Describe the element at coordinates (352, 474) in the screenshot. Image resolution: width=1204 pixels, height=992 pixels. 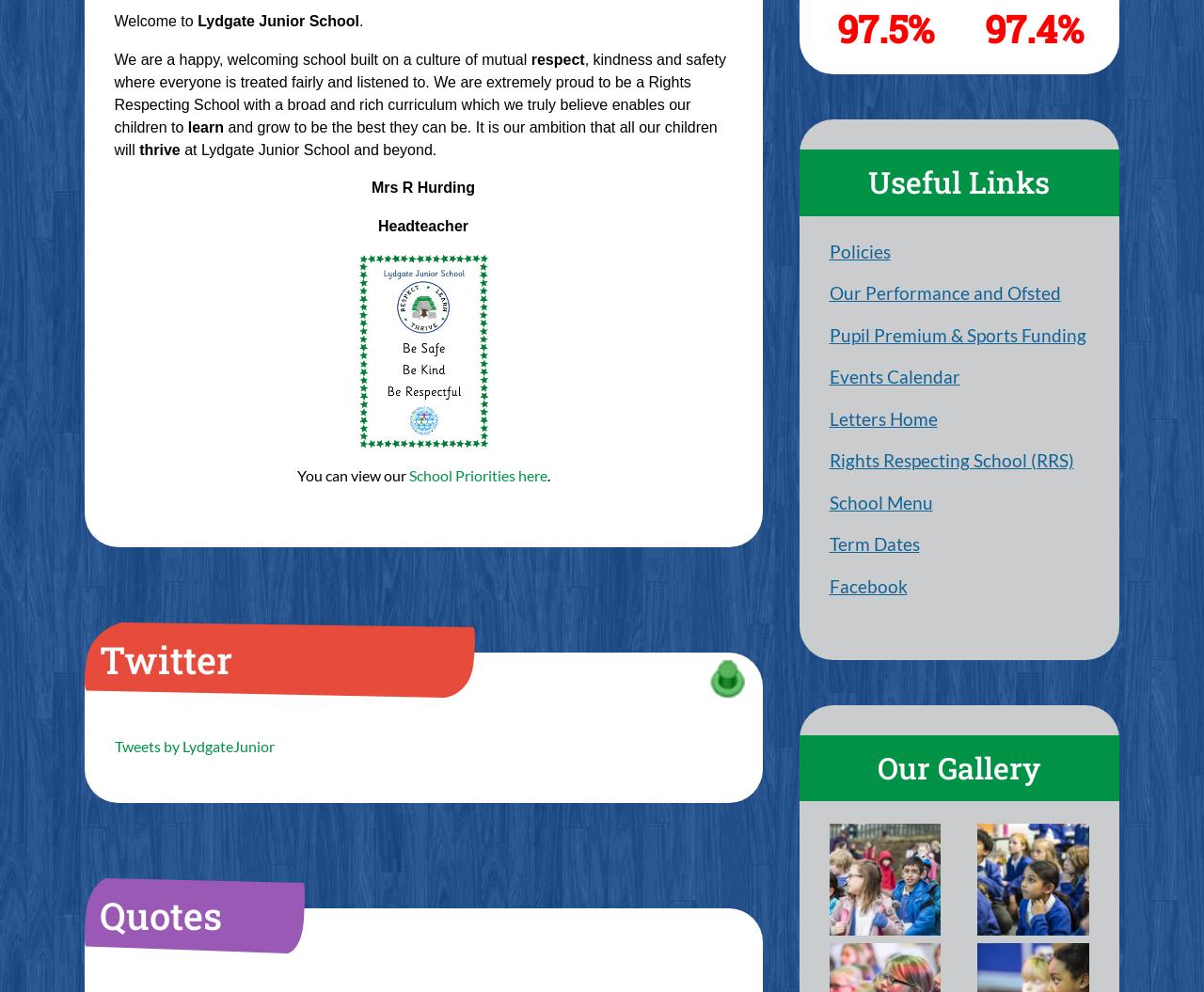
I see `'You can view our'` at that location.